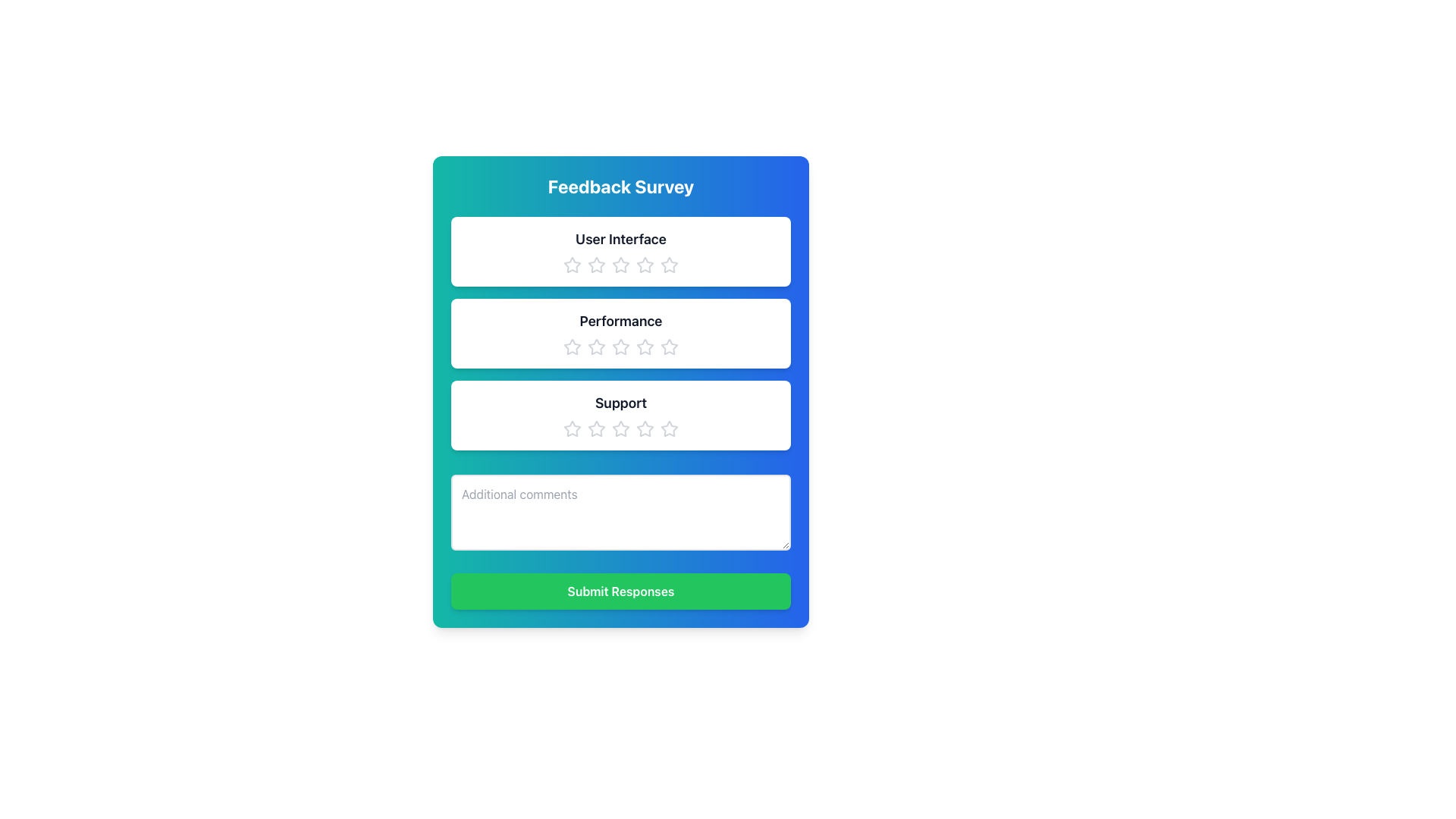 The width and height of the screenshot is (1456, 819). What do you see at coordinates (621, 265) in the screenshot?
I see `the central star in the five-star rating component` at bounding box center [621, 265].